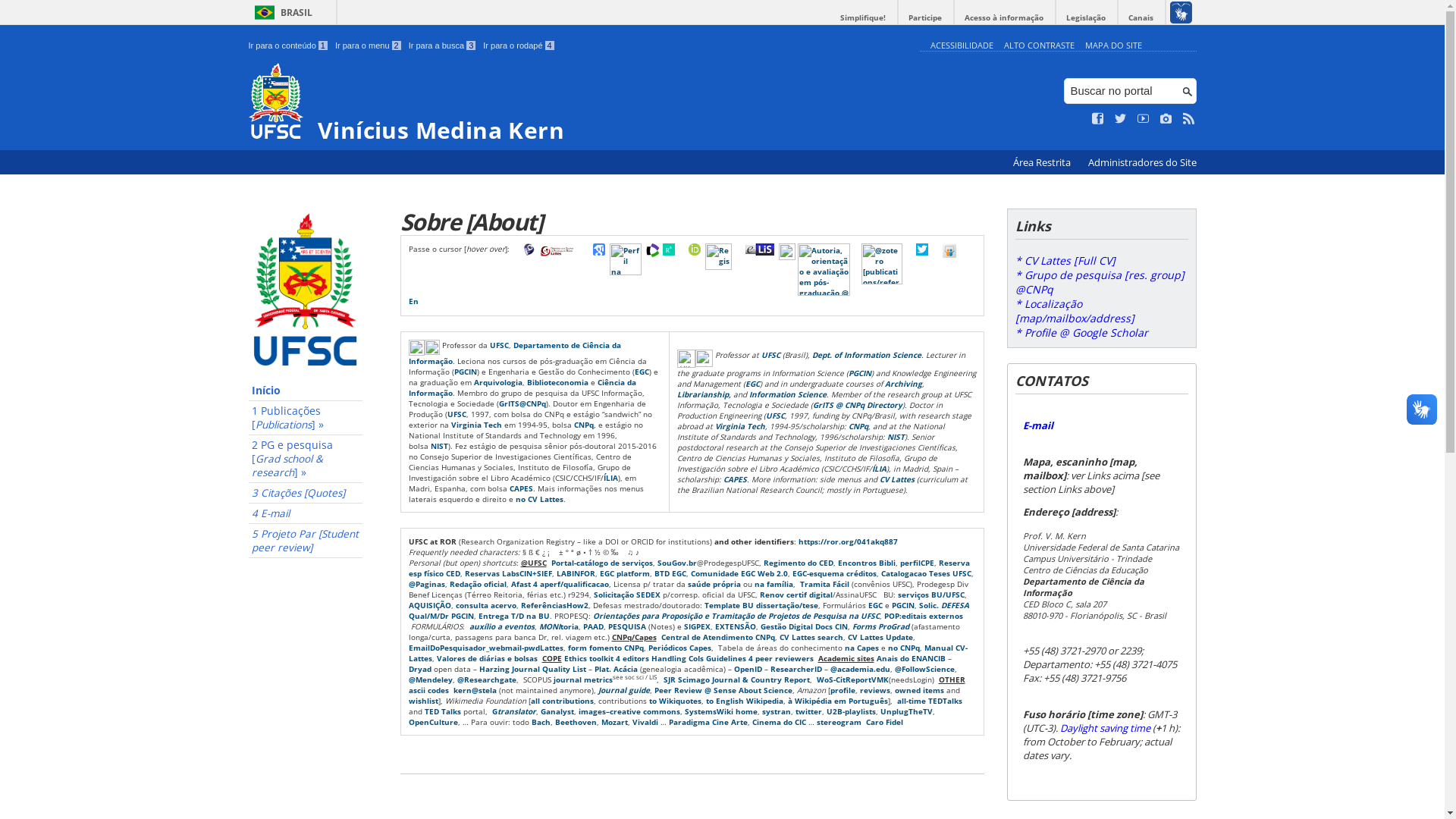  What do you see at coordinates (607, 657) in the screenshot?
I see `'Ethics toolkit 4 editors'` at bounding box center [607, 657].